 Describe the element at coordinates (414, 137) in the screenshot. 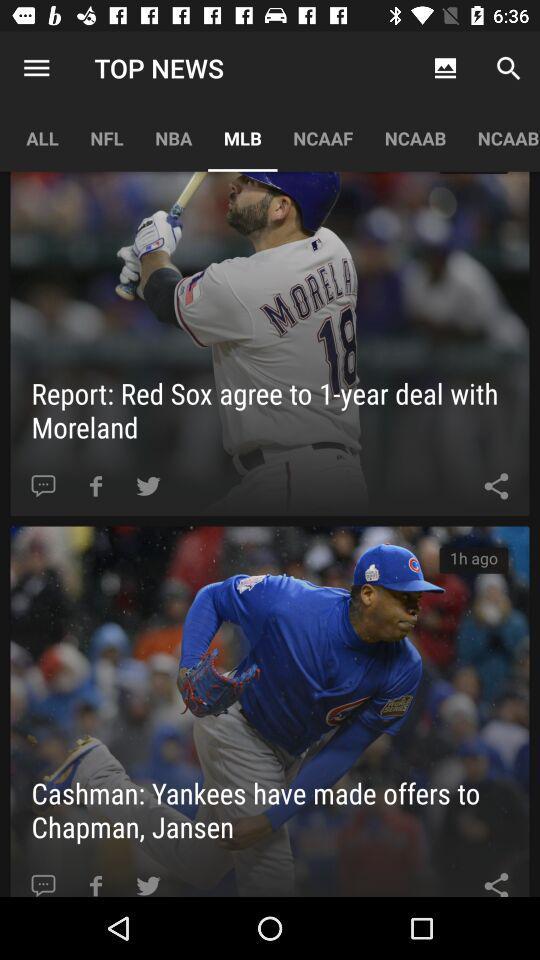

I see `the icon next to the ncaabbl icon` at that location.